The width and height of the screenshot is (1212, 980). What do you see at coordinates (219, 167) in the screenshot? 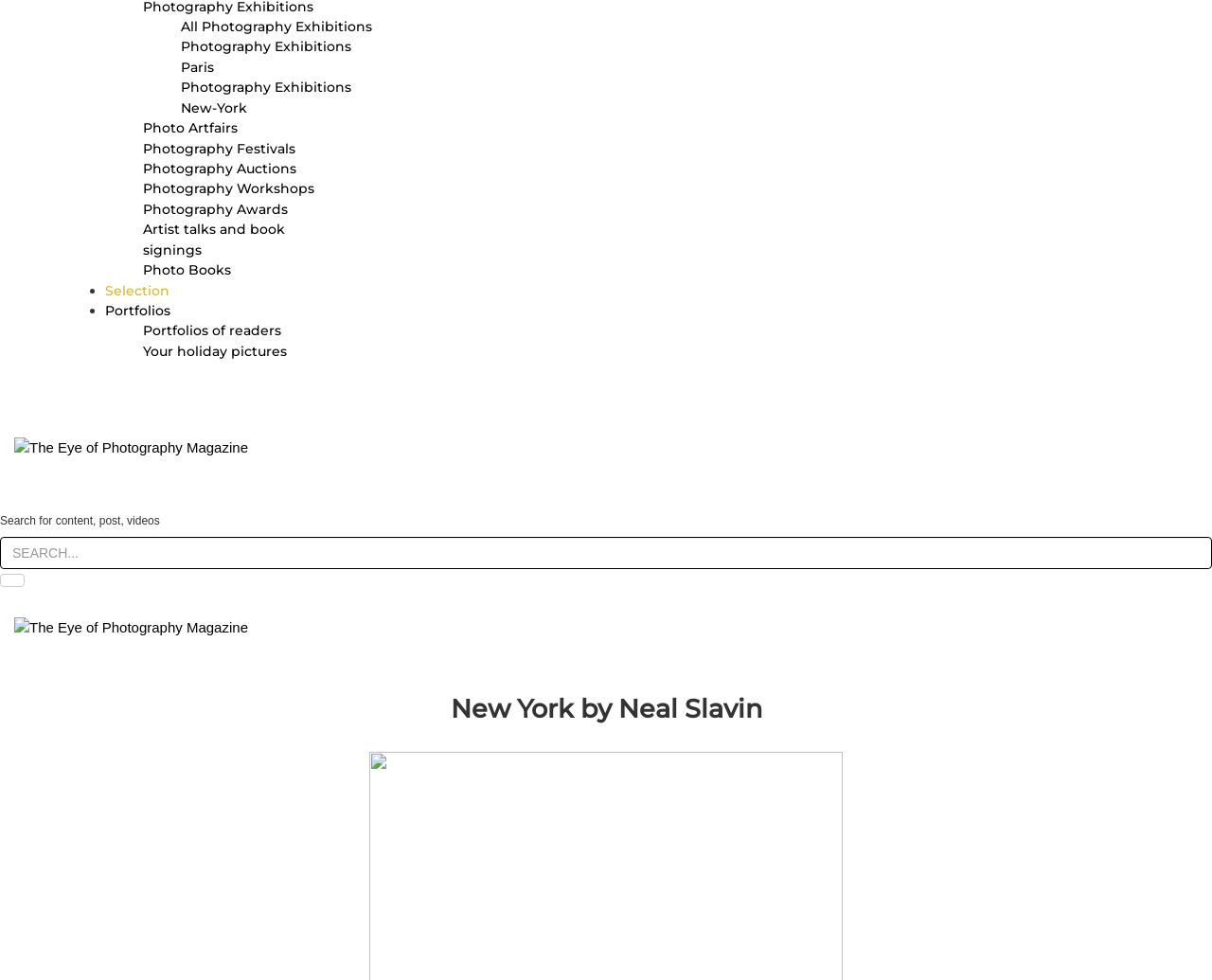
I see `'Photography Auctions'` at bounding box center [219, 167].